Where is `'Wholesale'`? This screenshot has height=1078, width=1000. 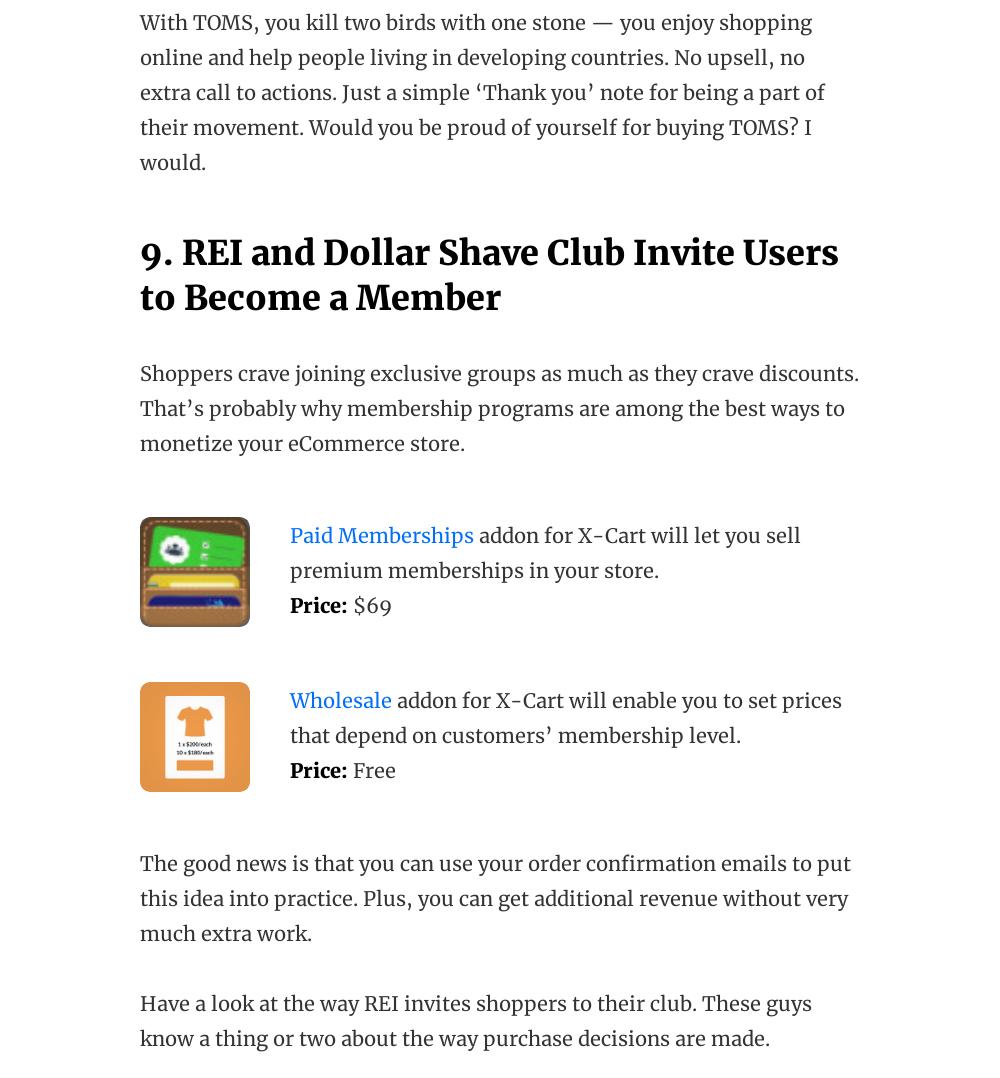 'Wholesale' is located at coordinates (340, 699).